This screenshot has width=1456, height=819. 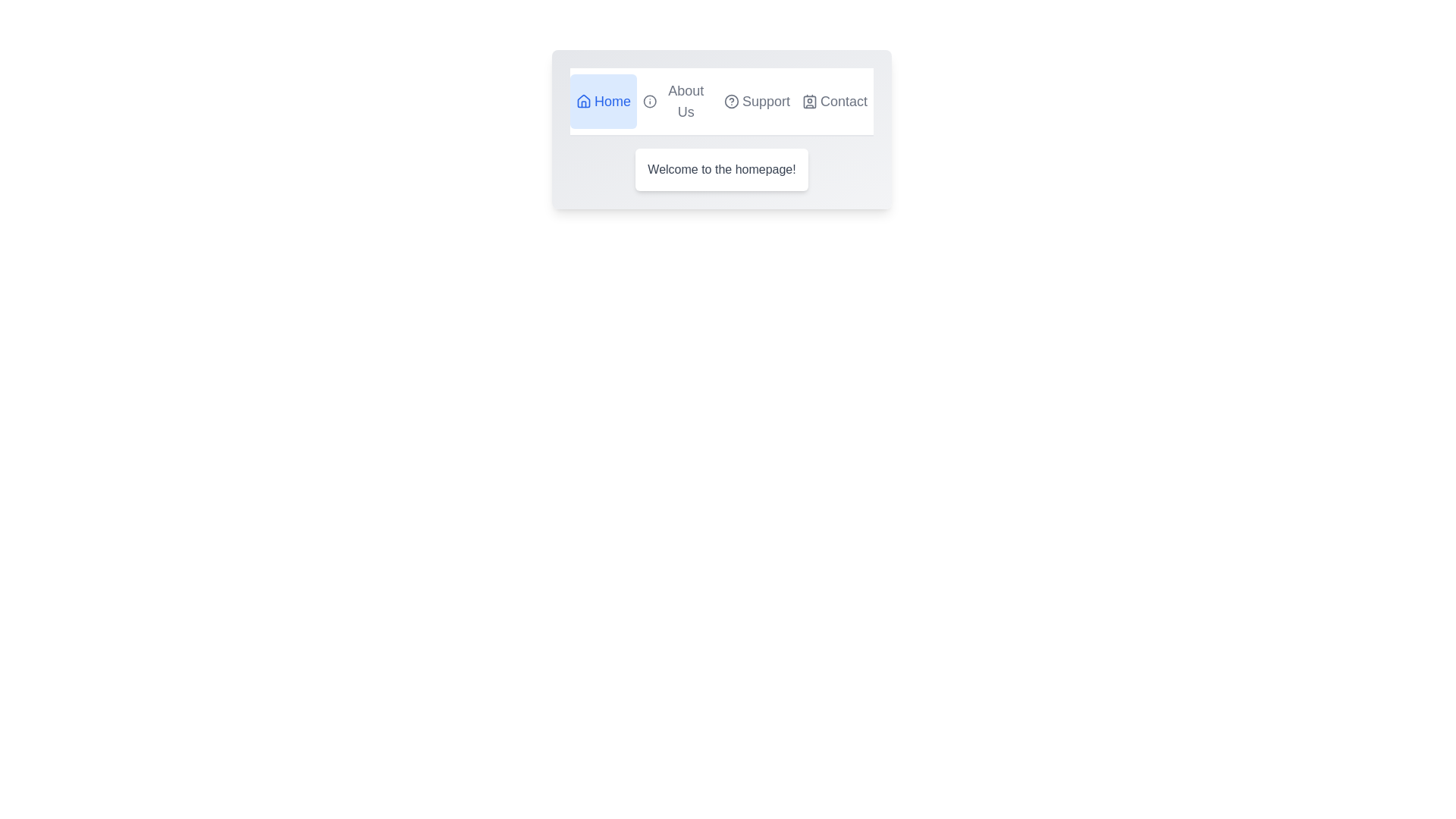 What do you see at coordinates (833, 102) in the screenshot?
I see `the tab labeled Contact to switch to its view` at bounding box center [833, 102].